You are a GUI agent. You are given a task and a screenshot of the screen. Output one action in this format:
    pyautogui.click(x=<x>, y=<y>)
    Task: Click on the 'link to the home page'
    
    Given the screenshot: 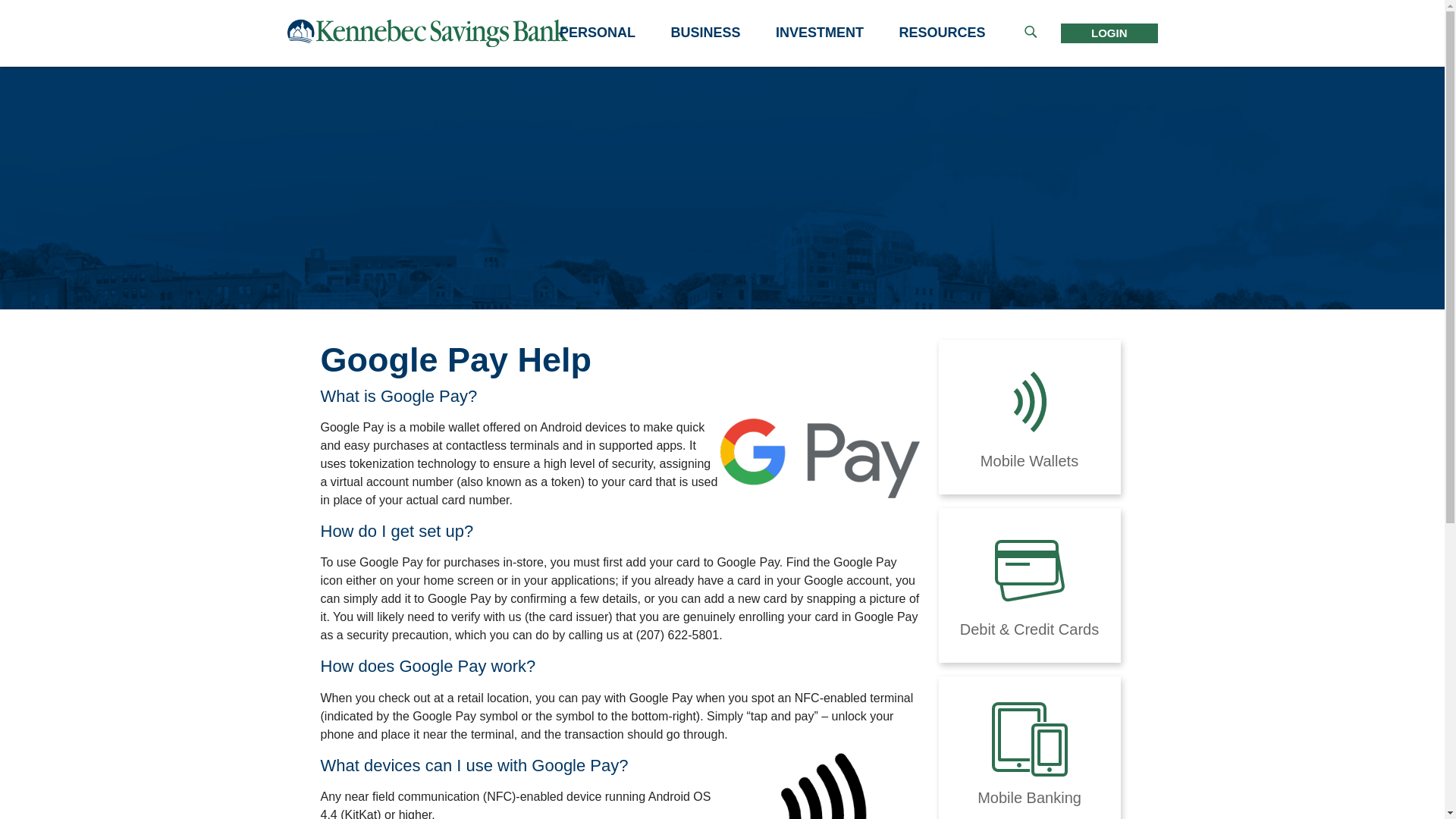 What is the action you would take?
    pyautogui.click(x=425, y=32)
    